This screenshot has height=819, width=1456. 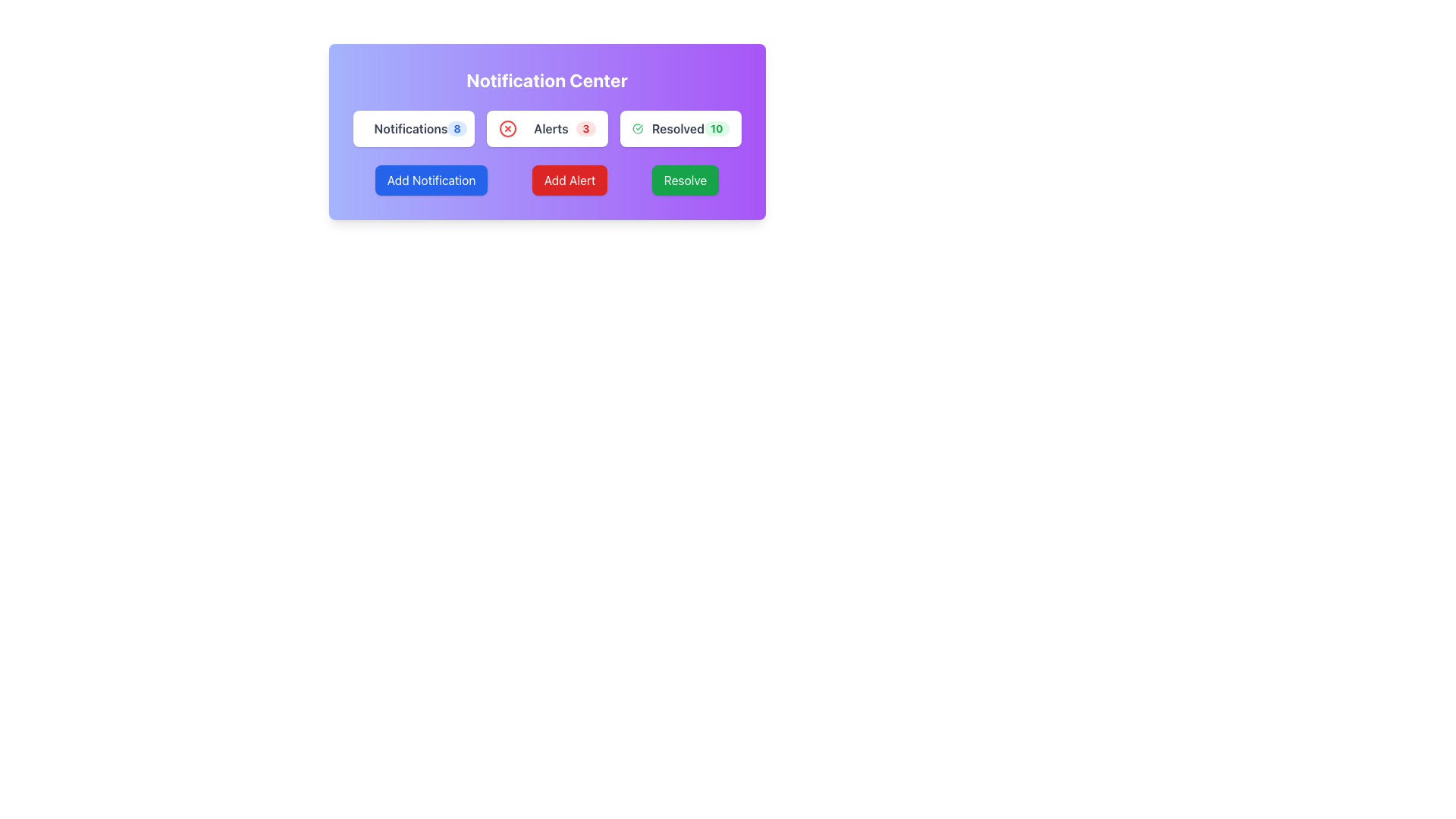 What do you see at coordinates (677, 127) in the screenshot?
I see `the text label displaying 'Resolved' in bold gray font, located between a green checkmark icon and a green-highlighted number '10'` at bounding box center [677, 127].